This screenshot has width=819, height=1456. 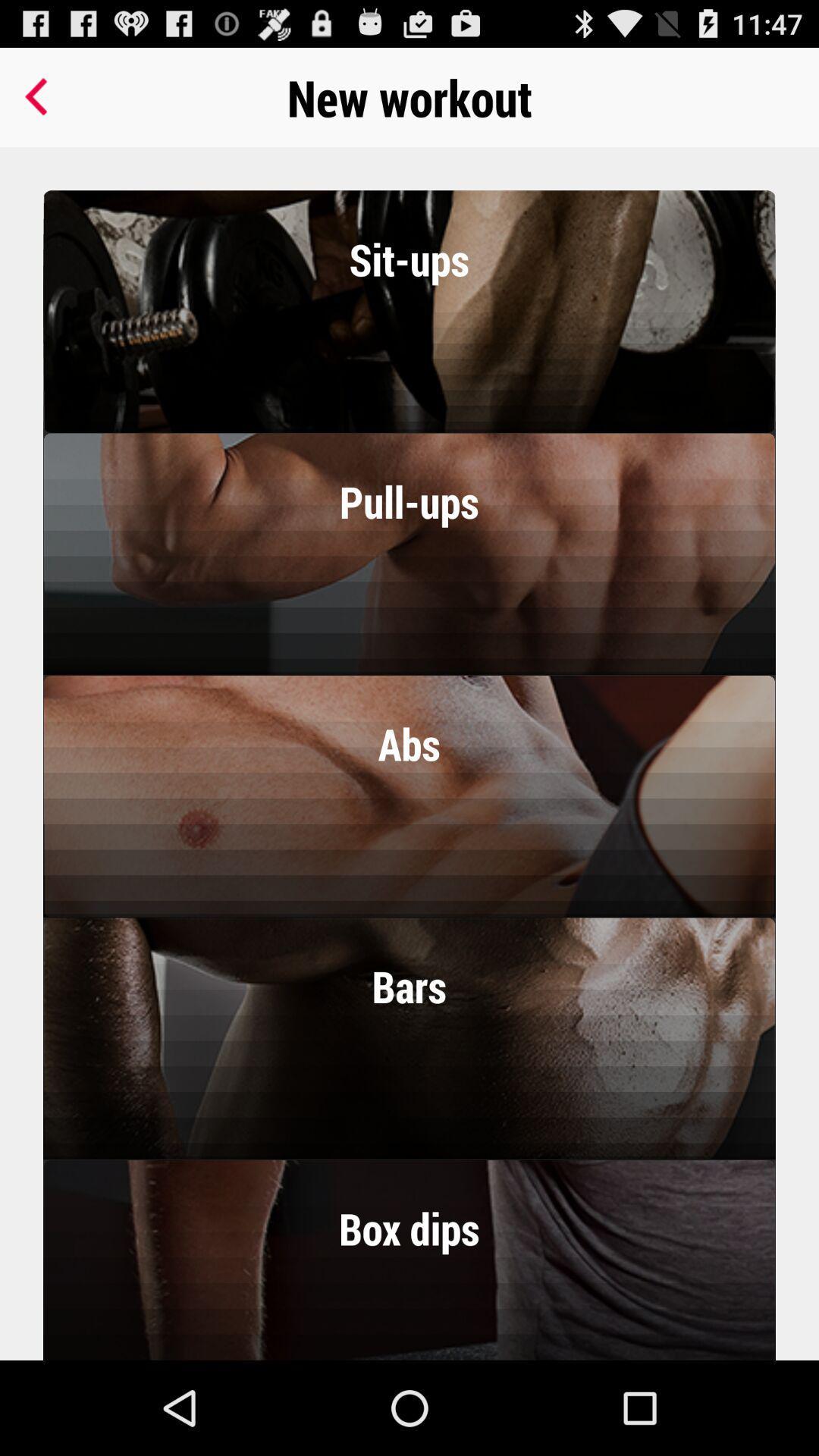 What do you see at coordinates (39, 96) in the screenshot?
I see `the item to the left of the new workout app` at bounding box center [39, 96].